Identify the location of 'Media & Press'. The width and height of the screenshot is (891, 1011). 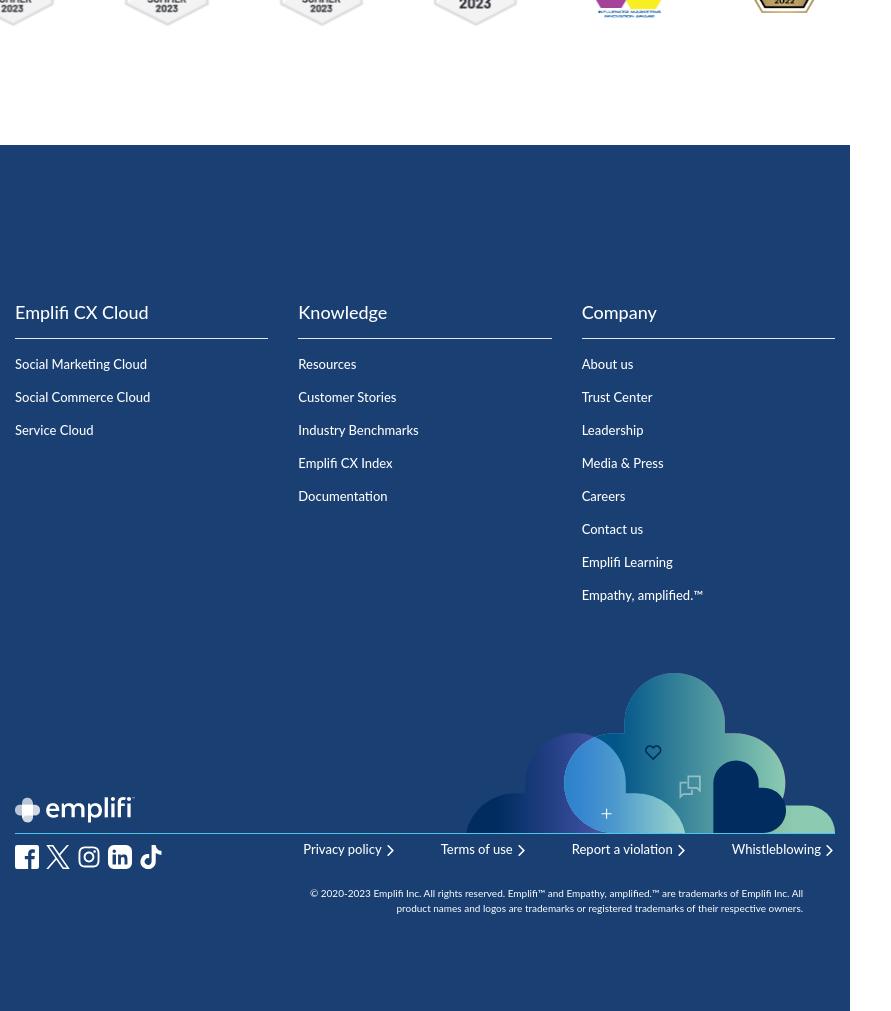
(622, 462).